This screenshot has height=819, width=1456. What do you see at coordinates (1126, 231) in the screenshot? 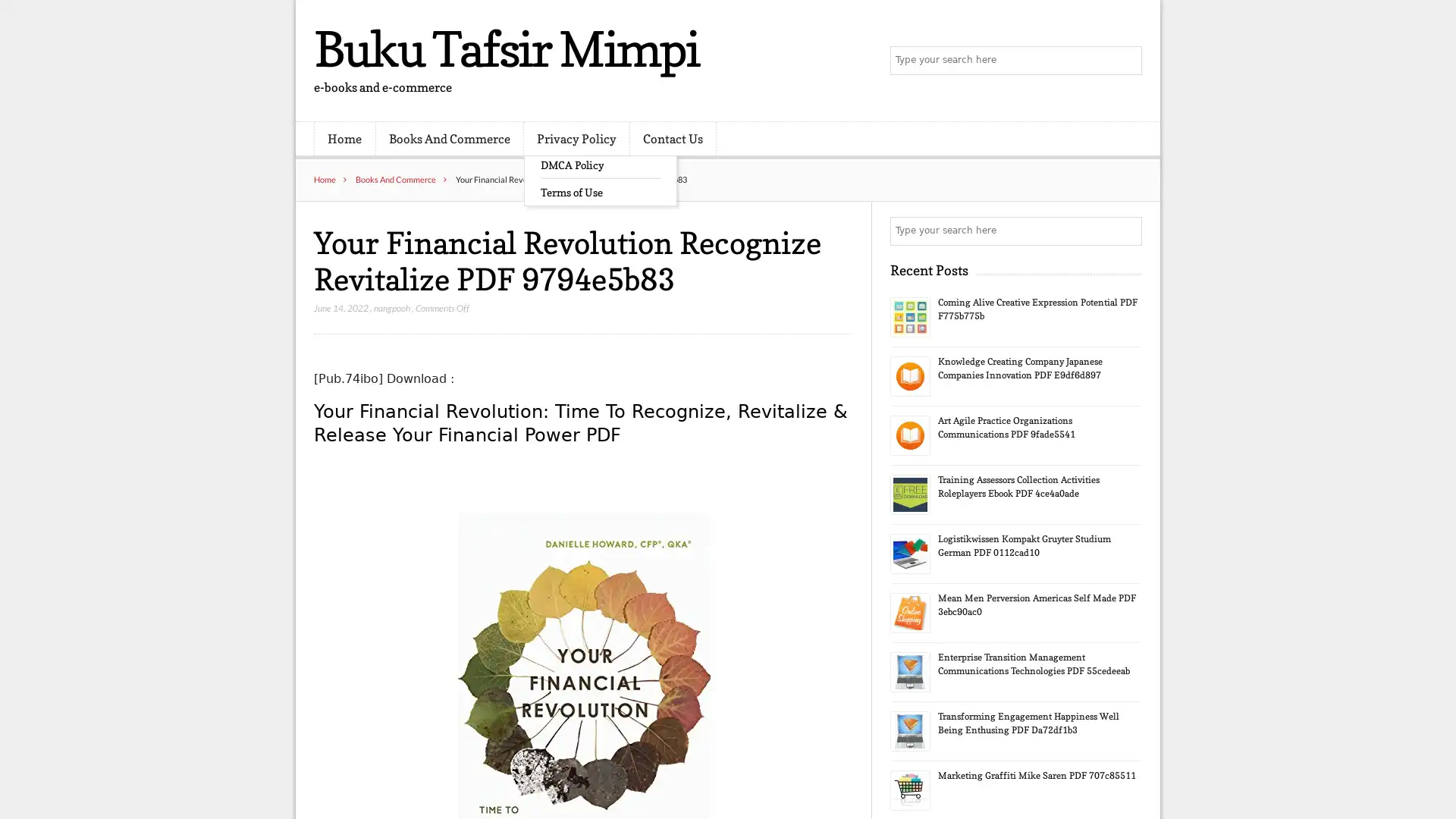
I see `Search` at bounding box center [1126, 231].